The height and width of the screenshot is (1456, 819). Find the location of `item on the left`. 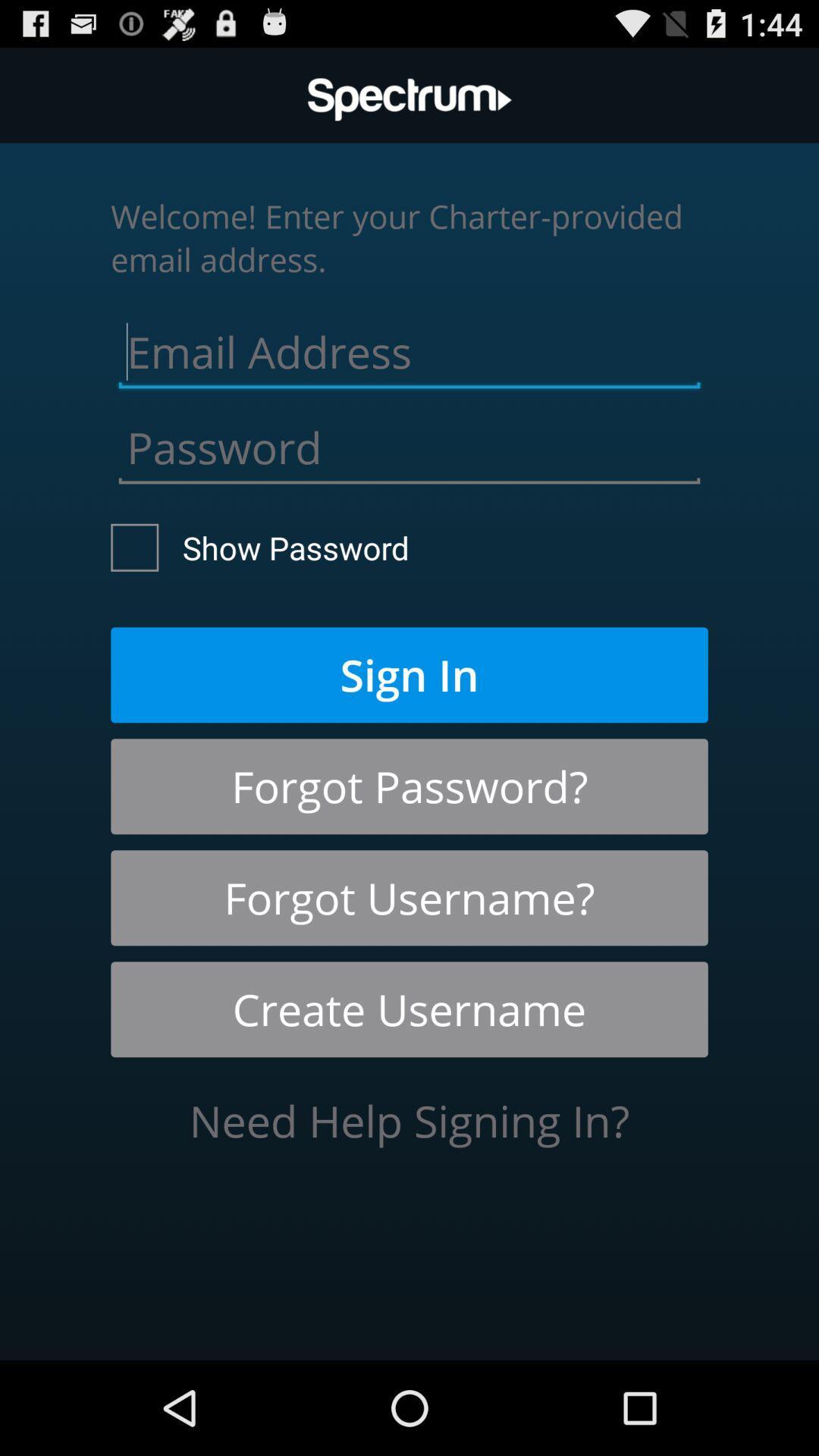

item on the left is located at coordinates (259, 547).